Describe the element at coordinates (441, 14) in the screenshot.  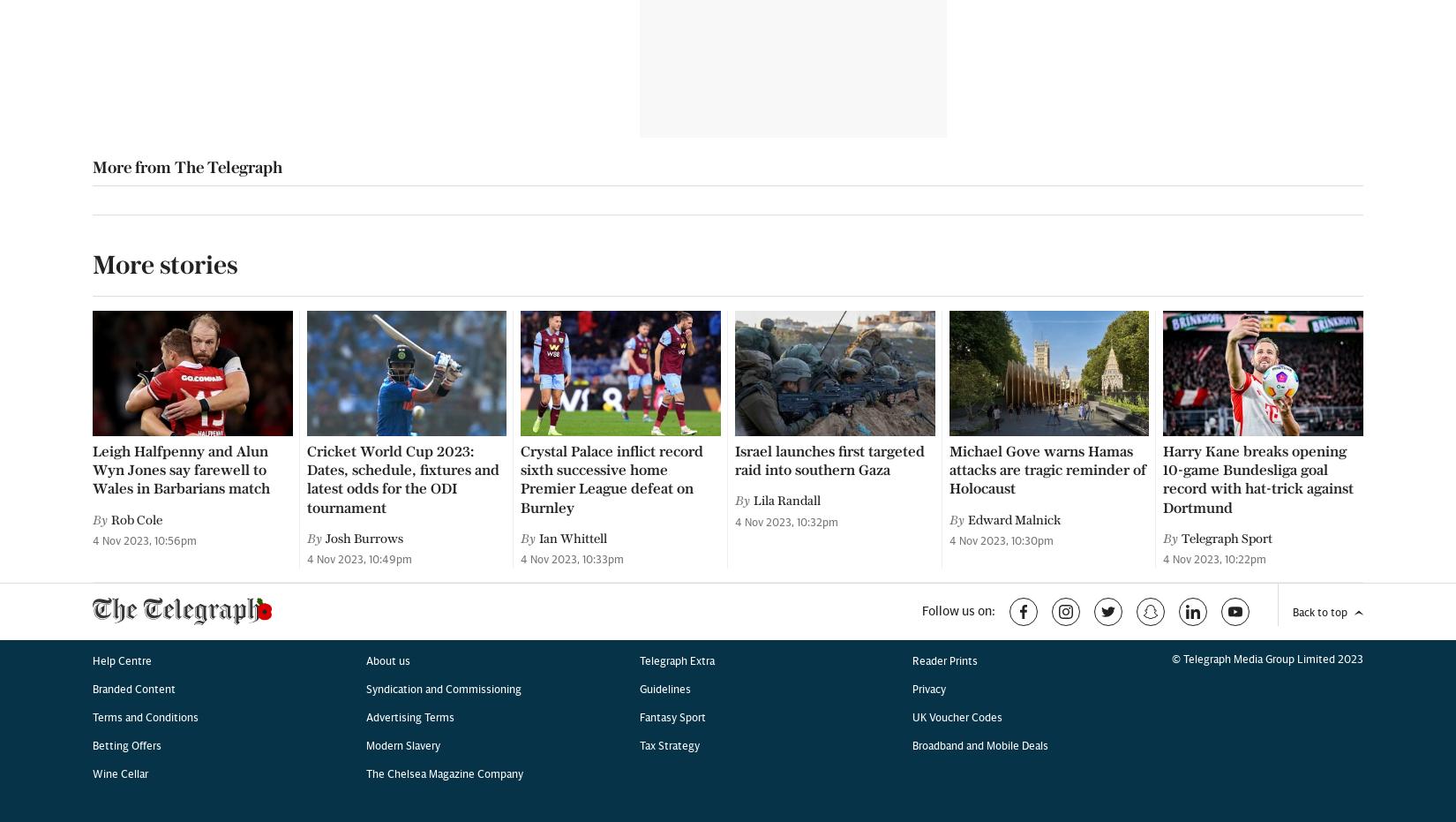
I see `'Syndication and Commissioning'` at that location.